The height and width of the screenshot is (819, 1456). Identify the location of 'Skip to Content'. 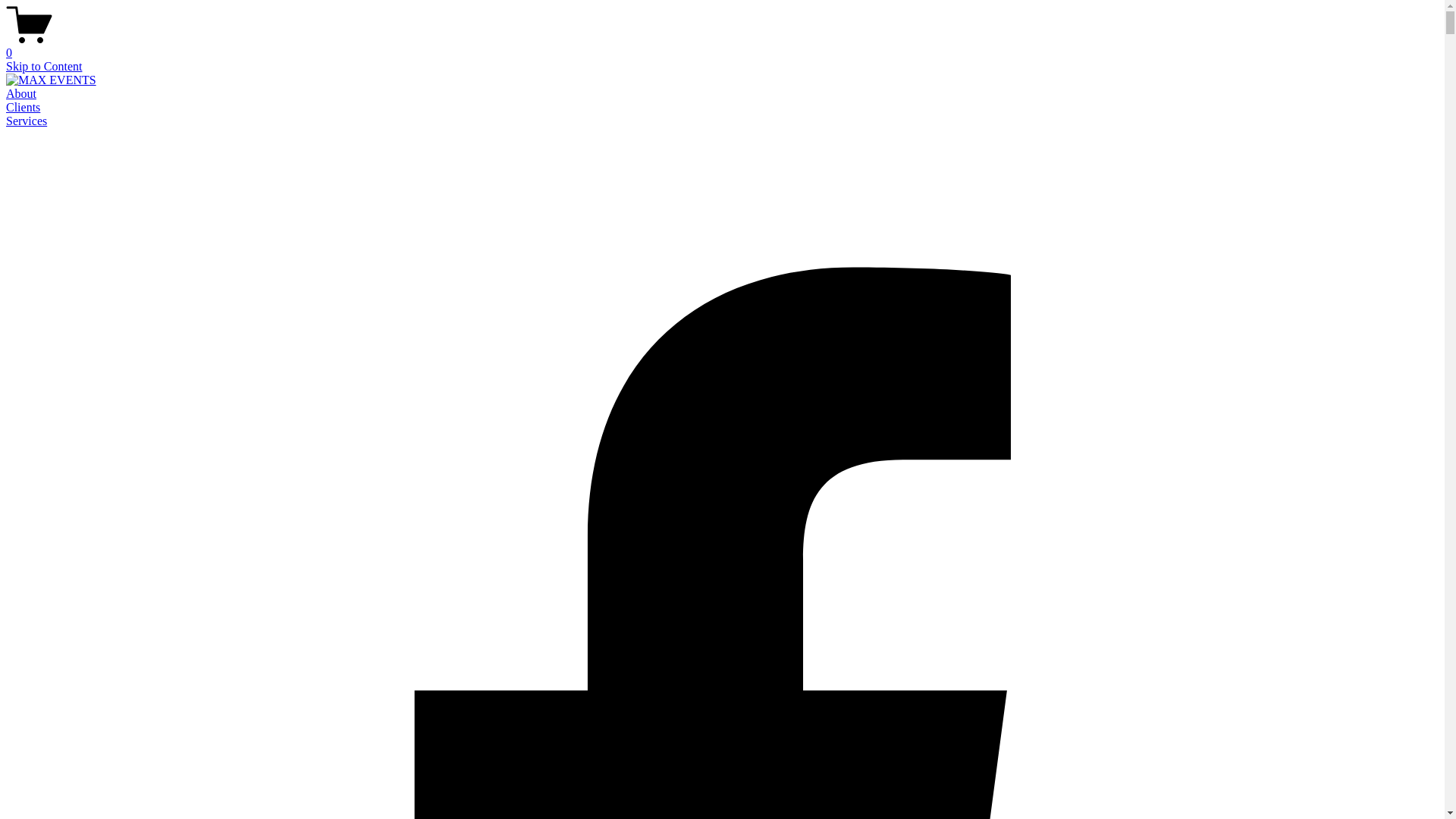
(43, 65).